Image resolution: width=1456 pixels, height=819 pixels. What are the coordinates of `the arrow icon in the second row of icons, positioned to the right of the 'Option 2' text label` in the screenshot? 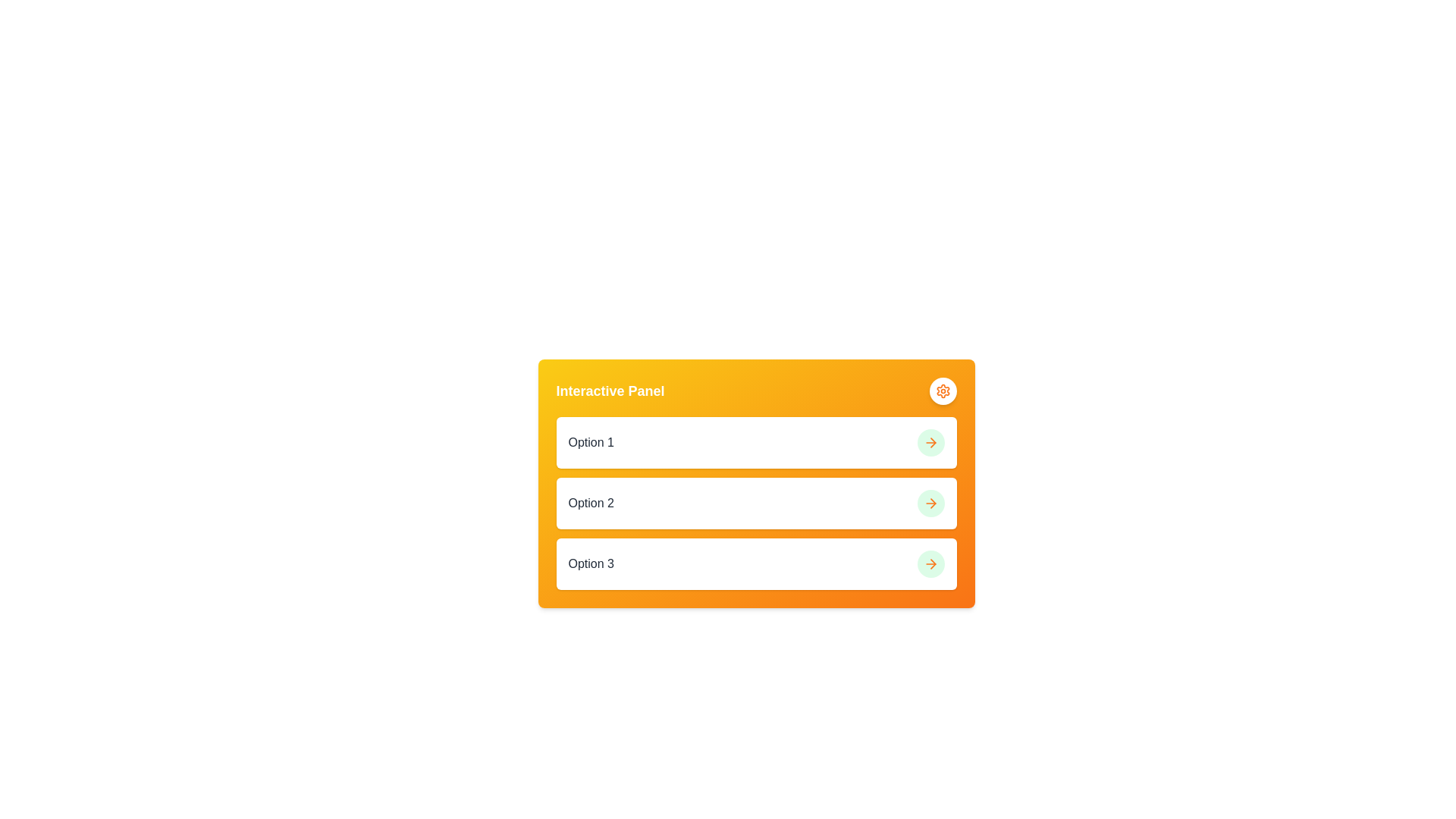 It's located at (932, 442).